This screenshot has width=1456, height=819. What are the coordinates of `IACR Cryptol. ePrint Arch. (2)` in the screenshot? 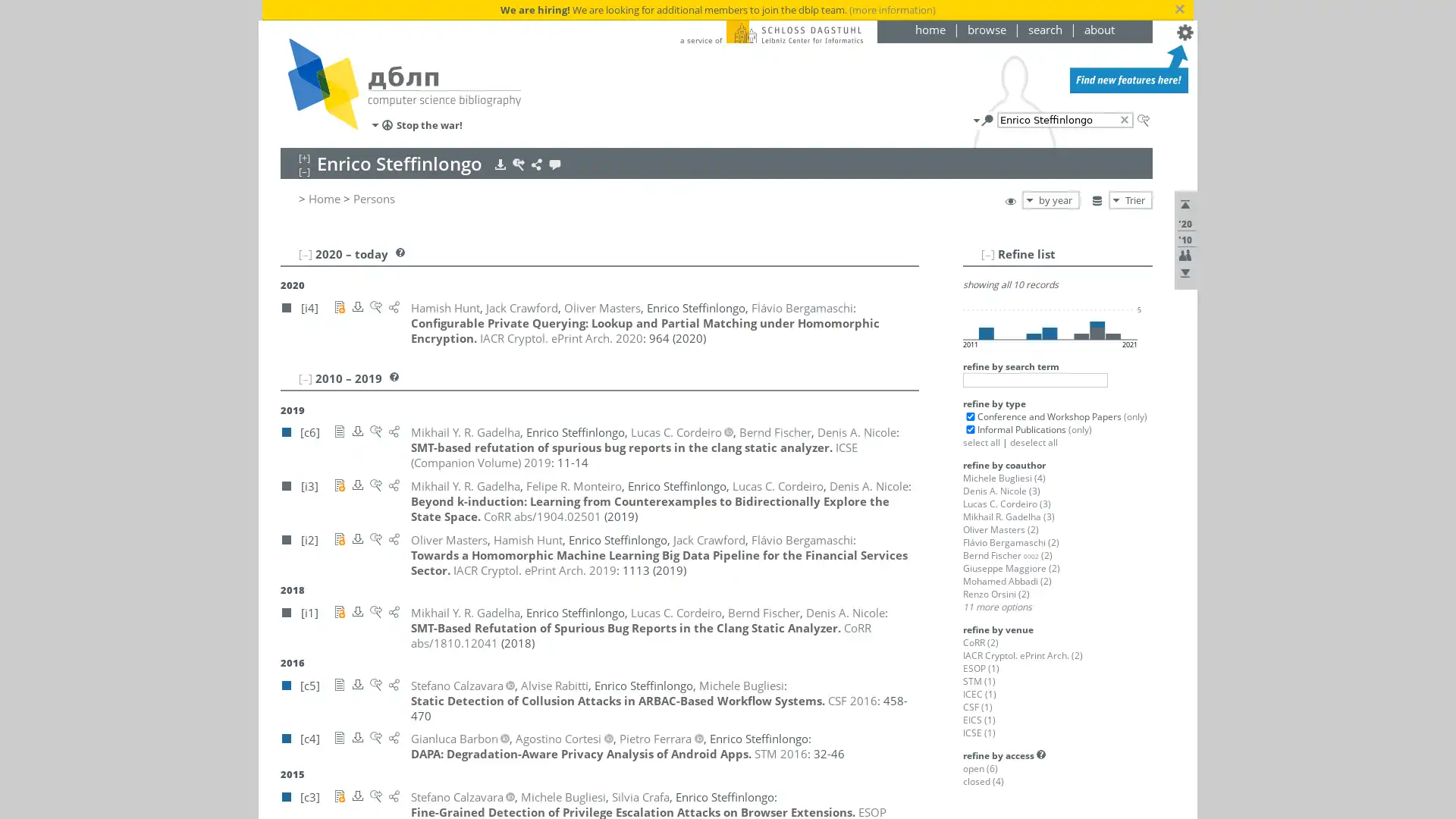 It's located at (1022, 654).